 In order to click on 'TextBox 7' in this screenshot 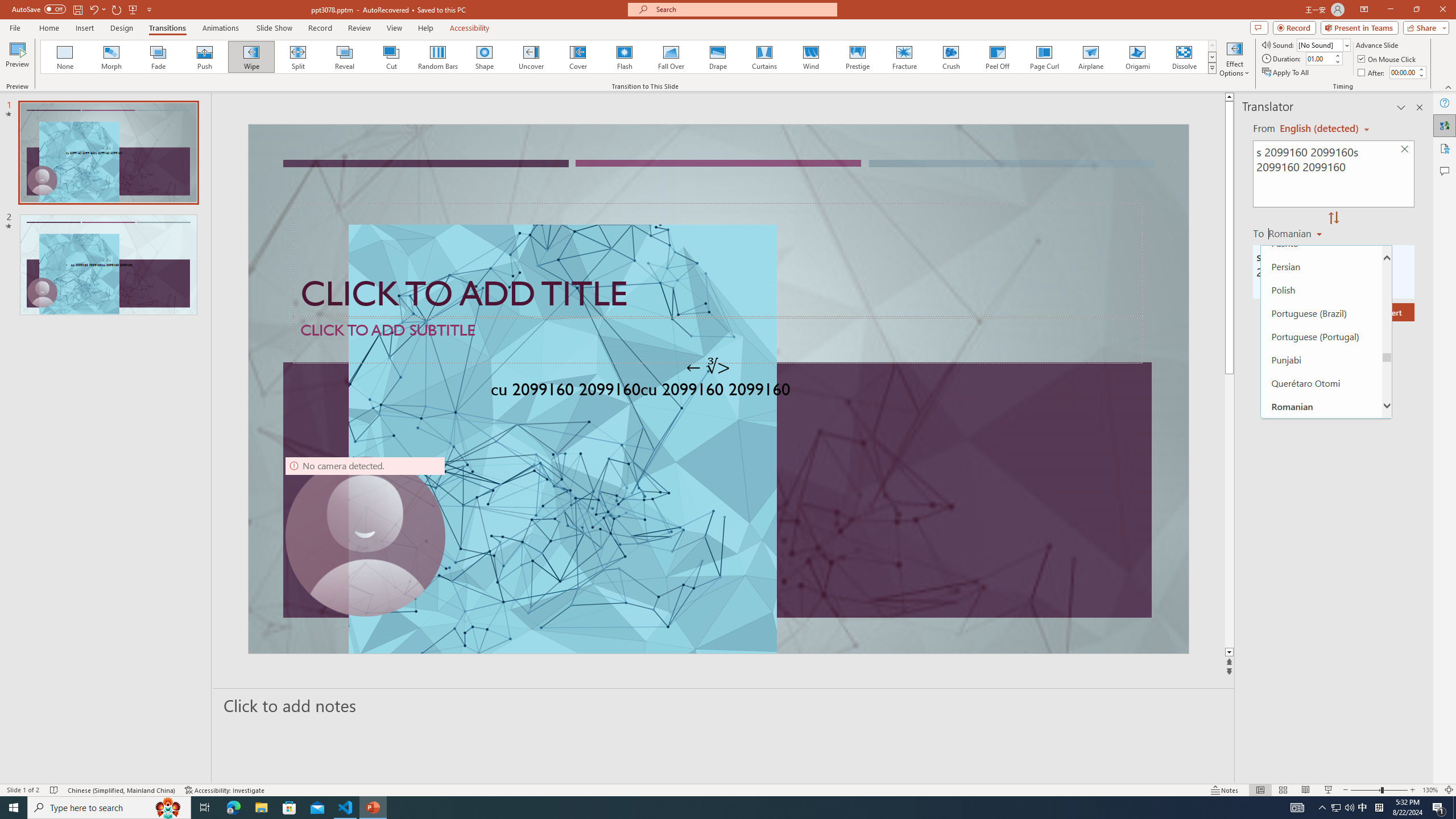, I will do `click(708, 366)`.